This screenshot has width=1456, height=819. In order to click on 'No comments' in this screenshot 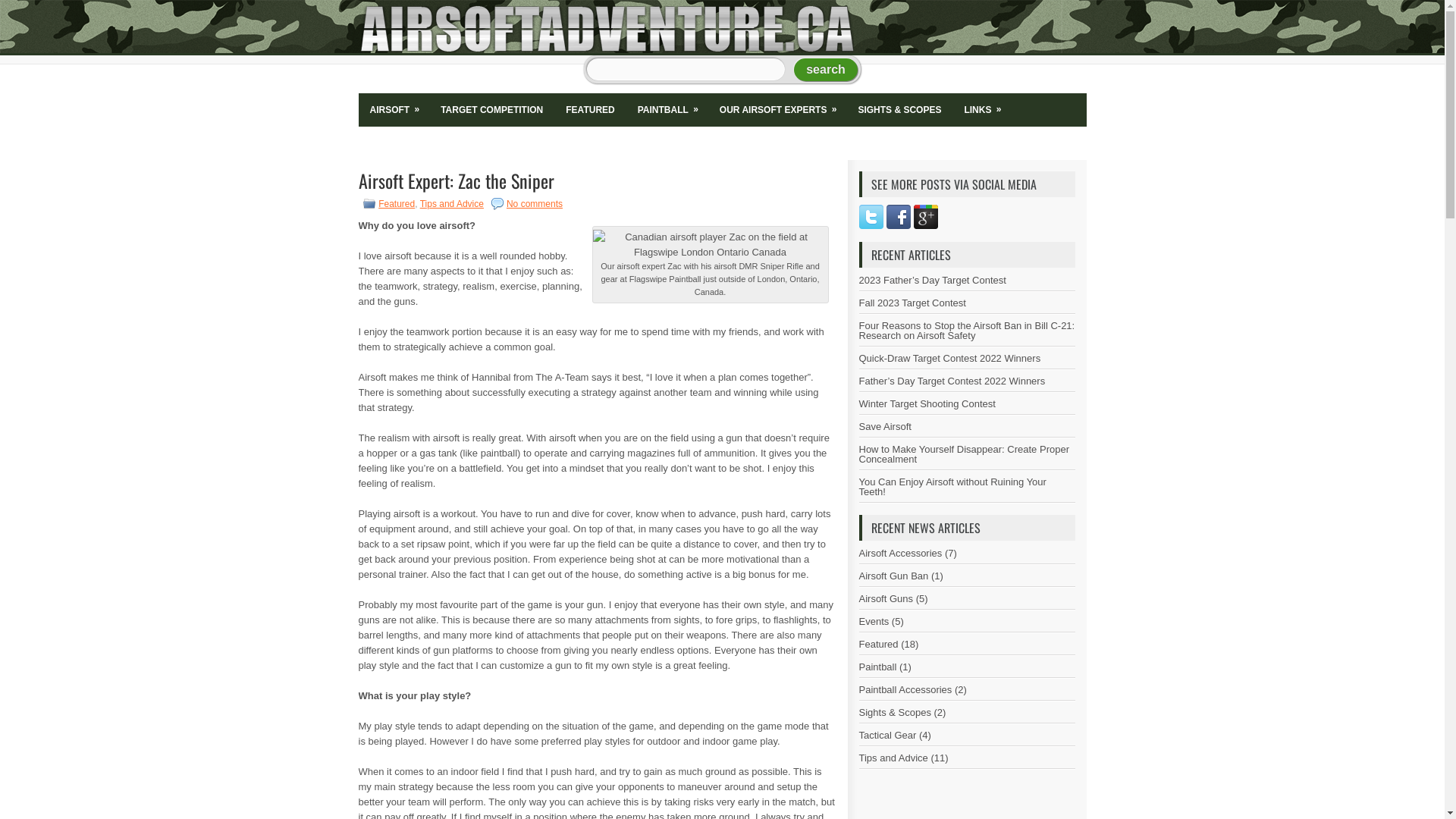, I will do `click(535, 203)`.